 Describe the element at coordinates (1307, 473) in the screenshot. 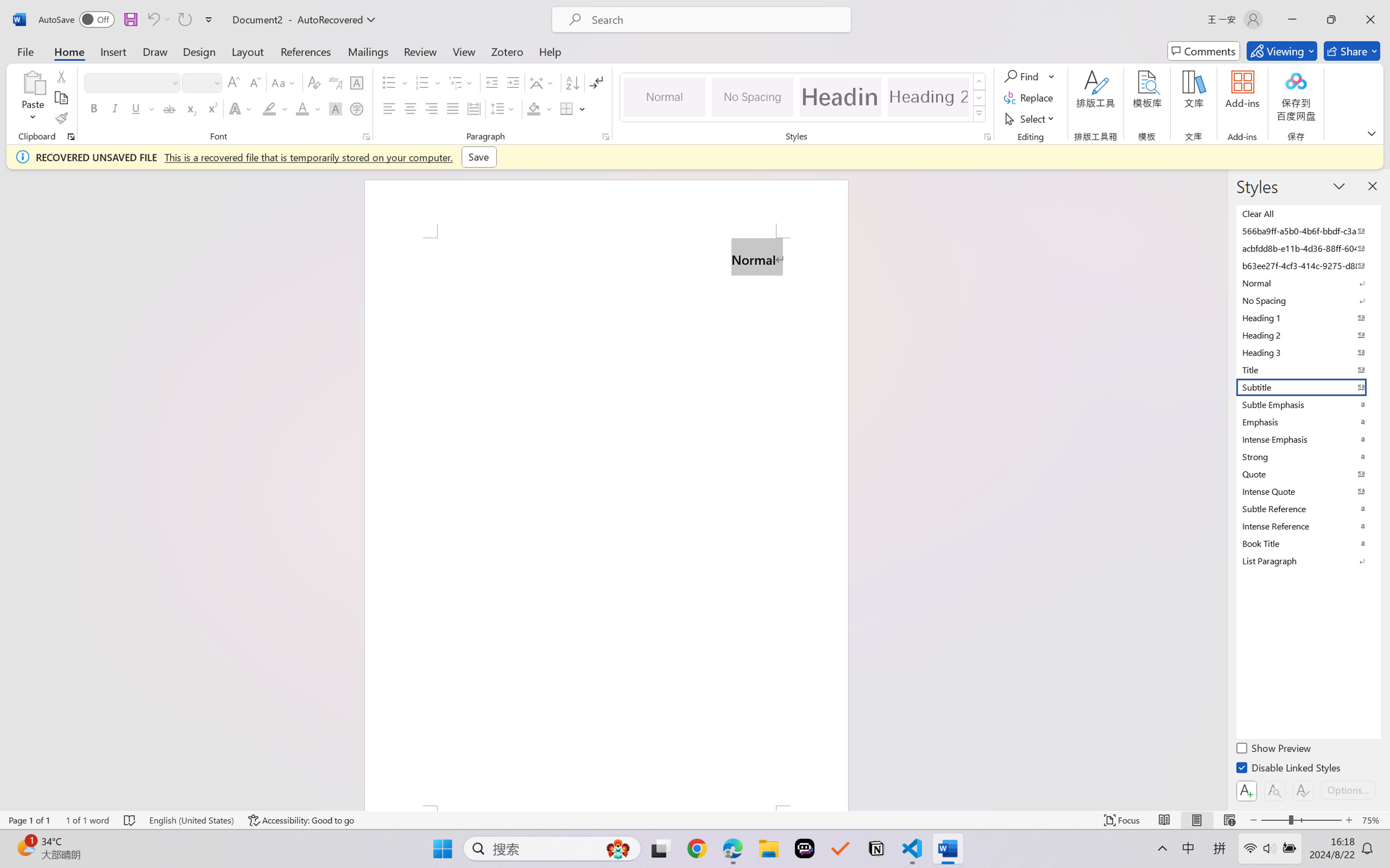

I see `'Quote'` at that location.